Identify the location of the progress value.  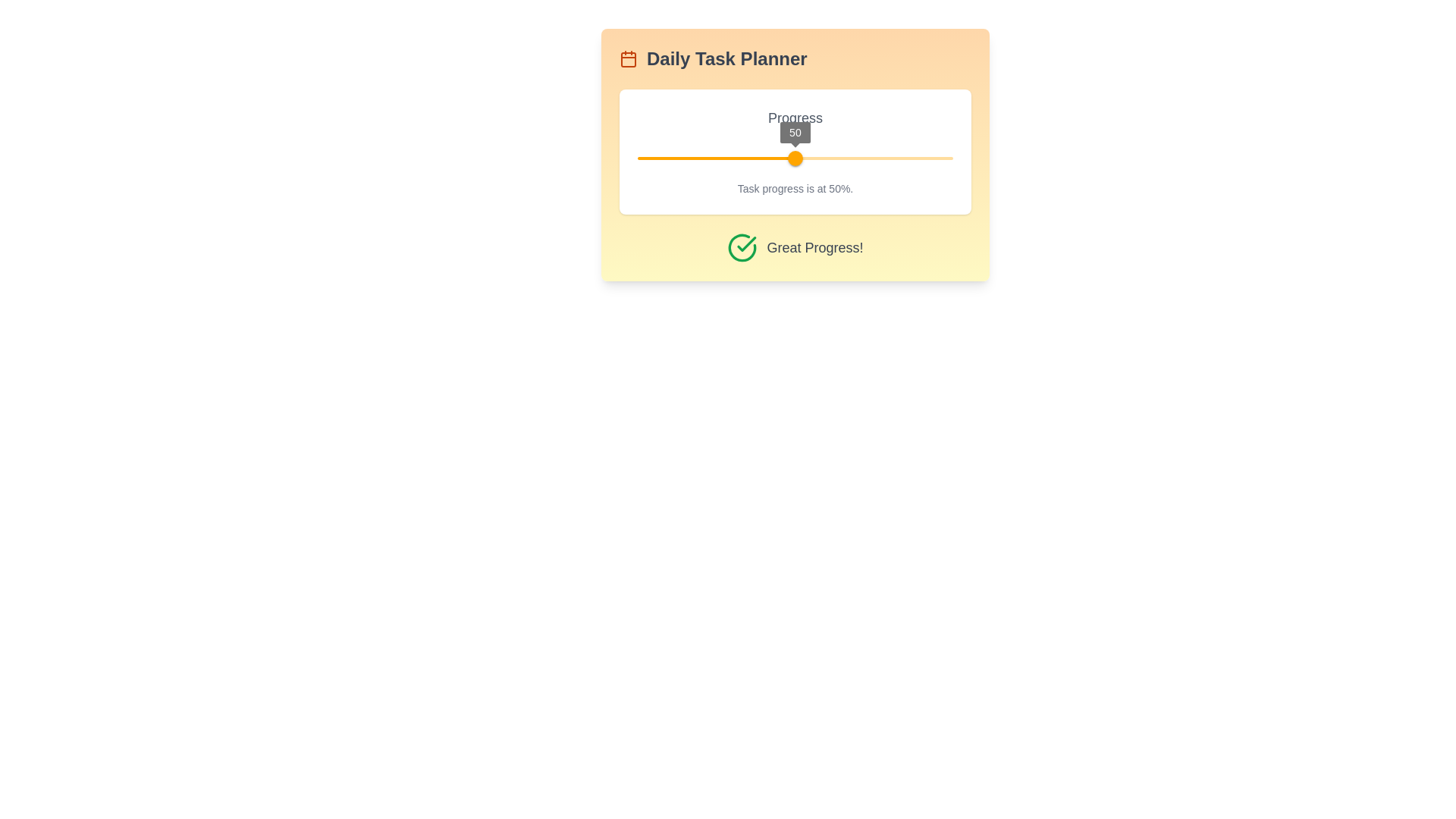
(797, 158).